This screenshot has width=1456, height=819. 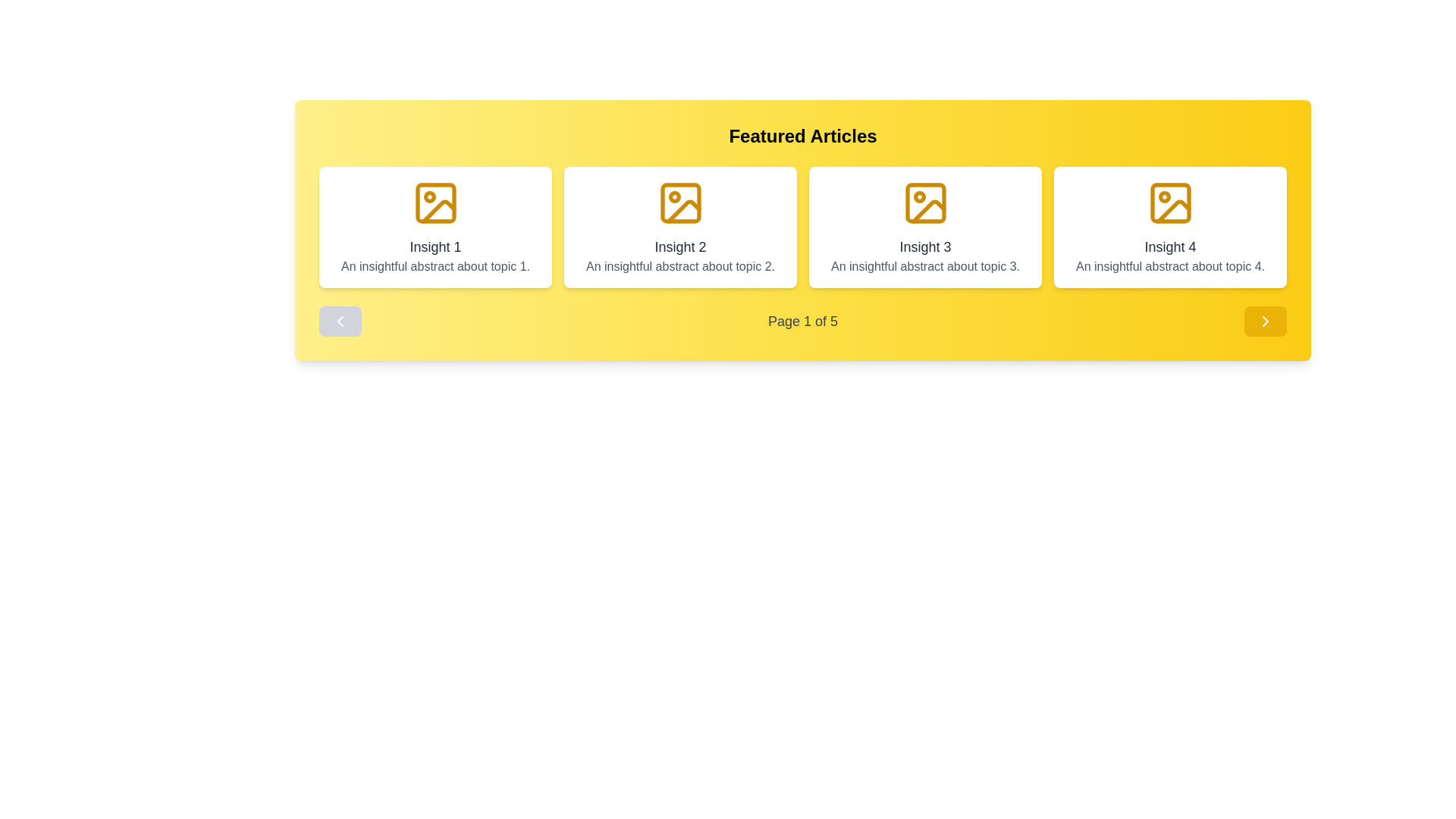 I want to click on the rightward-pointing triangular 'next' icon located within a button structure adjacent to the fourth content card, so click(x=1266, y=321).